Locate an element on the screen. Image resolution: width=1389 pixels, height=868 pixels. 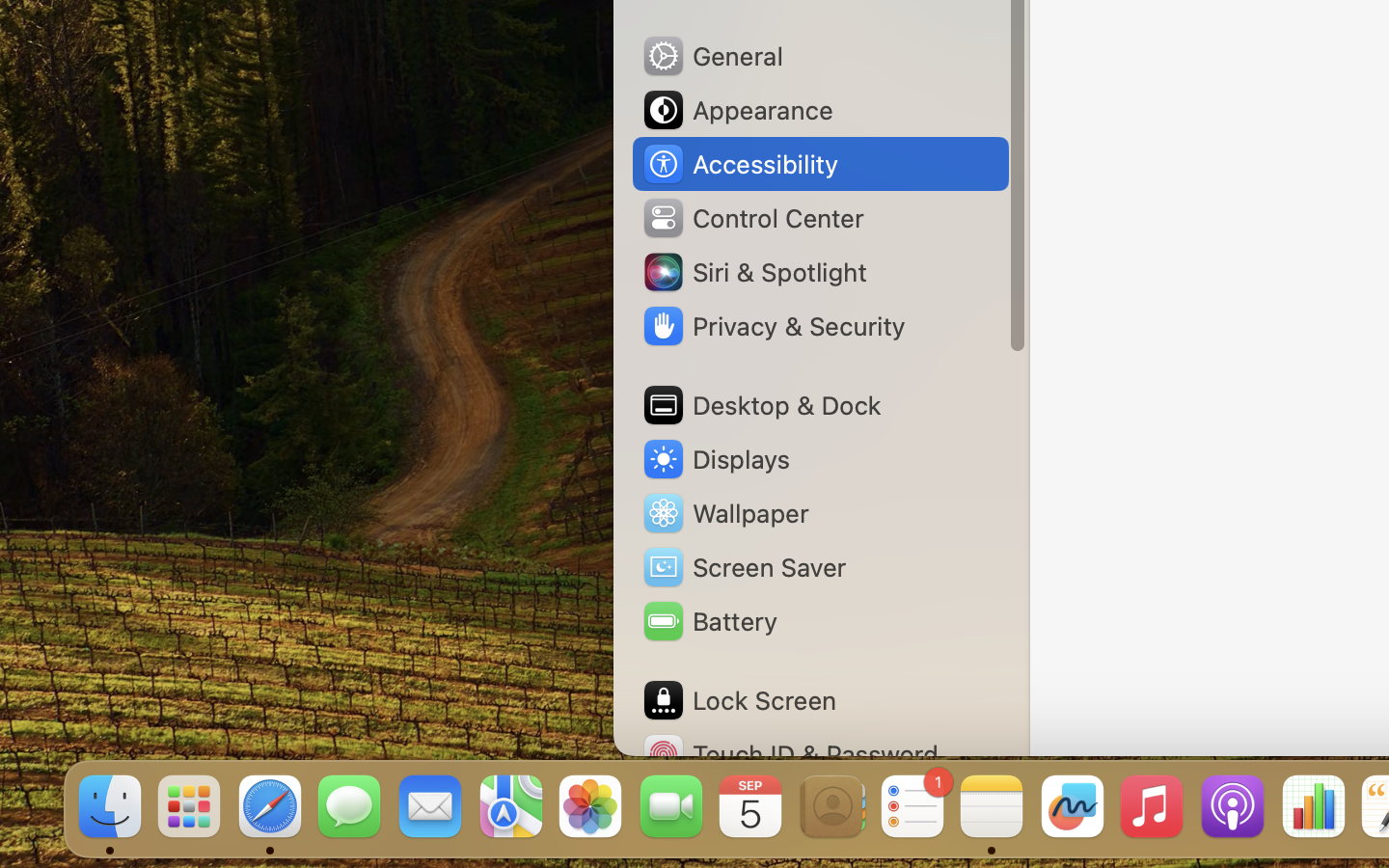
'General' is located at coordinates (710, 54).